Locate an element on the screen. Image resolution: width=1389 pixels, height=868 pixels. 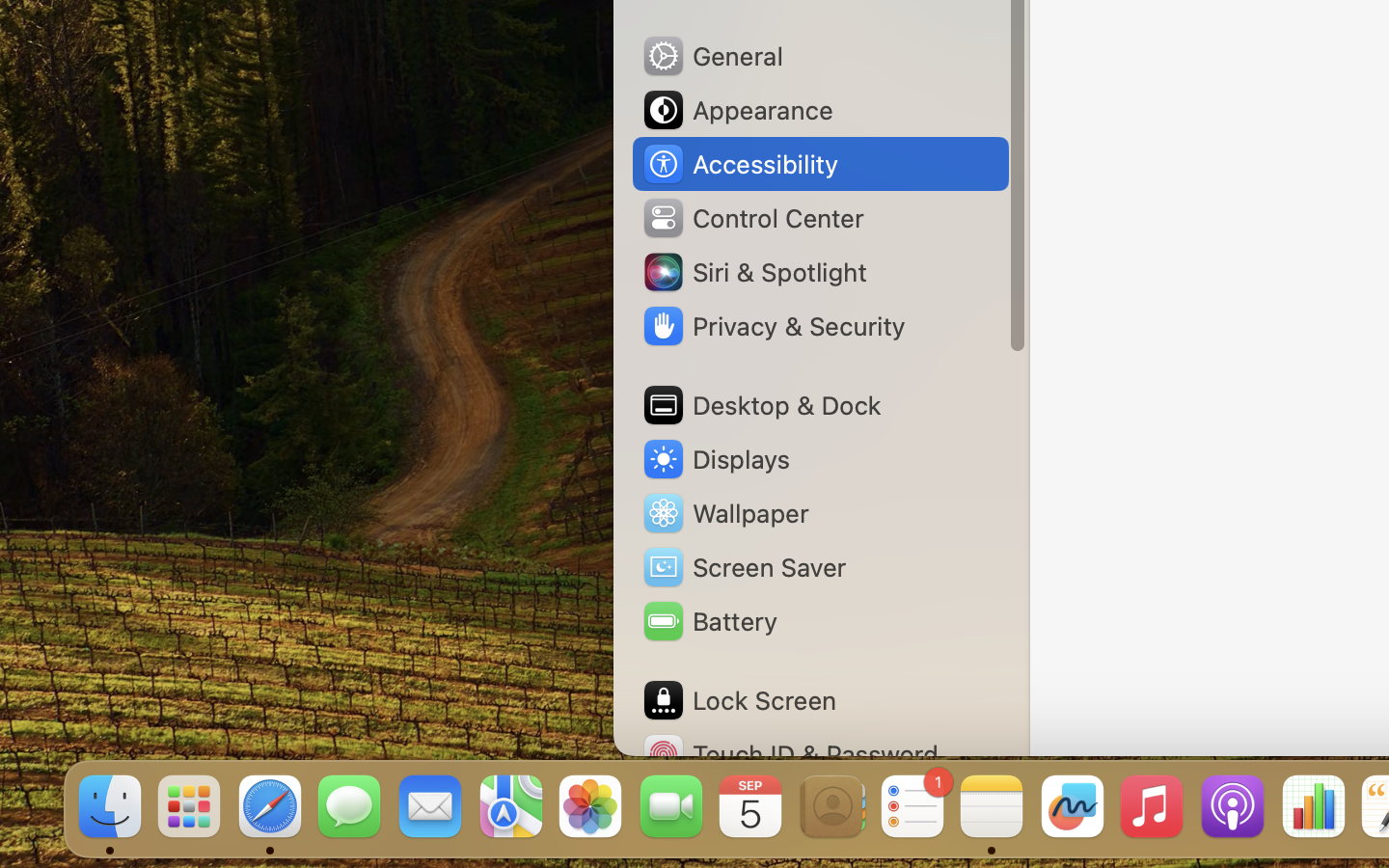
'General' is located at coordinates (710, 54).